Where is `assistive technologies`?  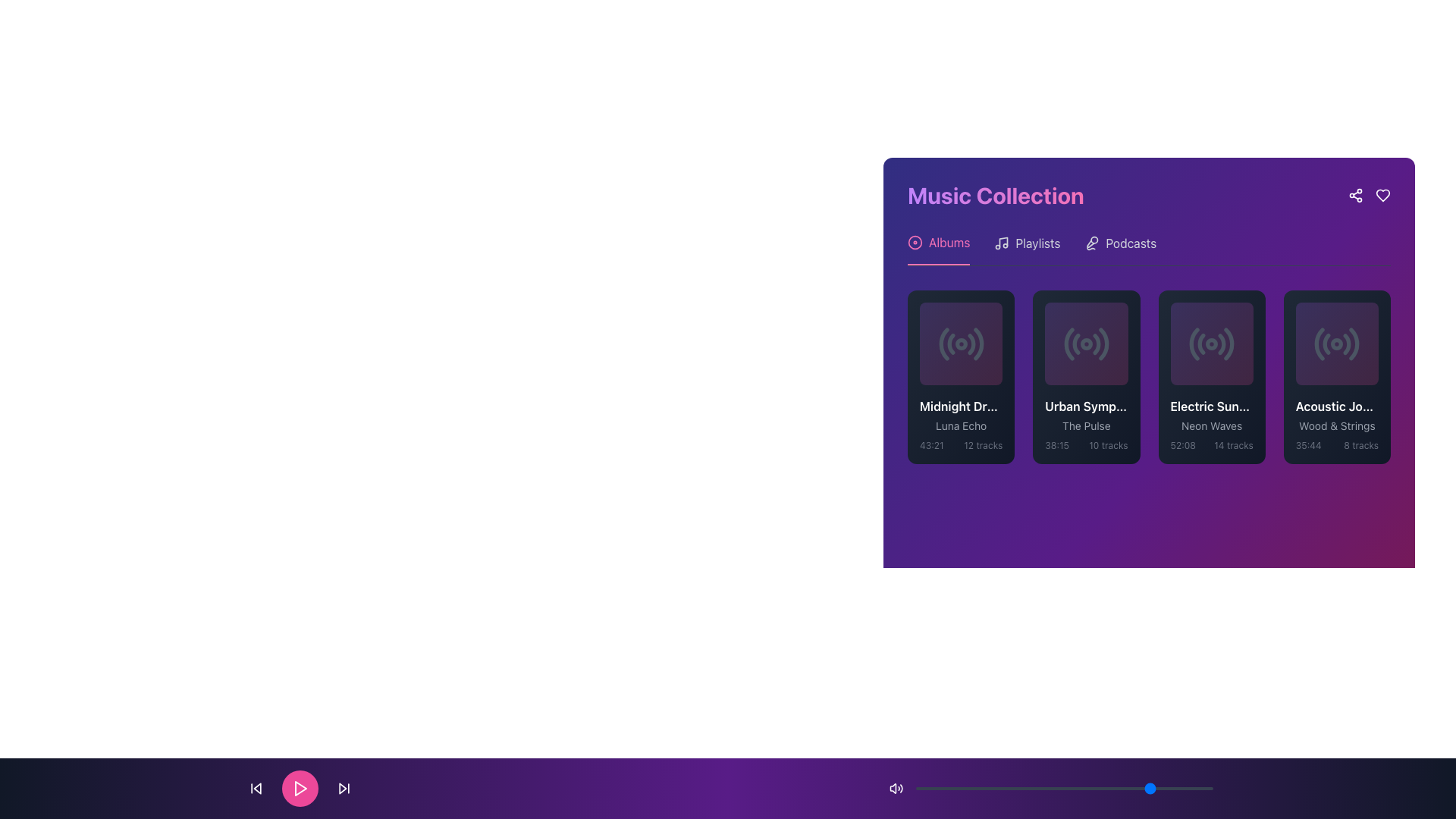
assistive technologies is located at coordinates (1211, 406).